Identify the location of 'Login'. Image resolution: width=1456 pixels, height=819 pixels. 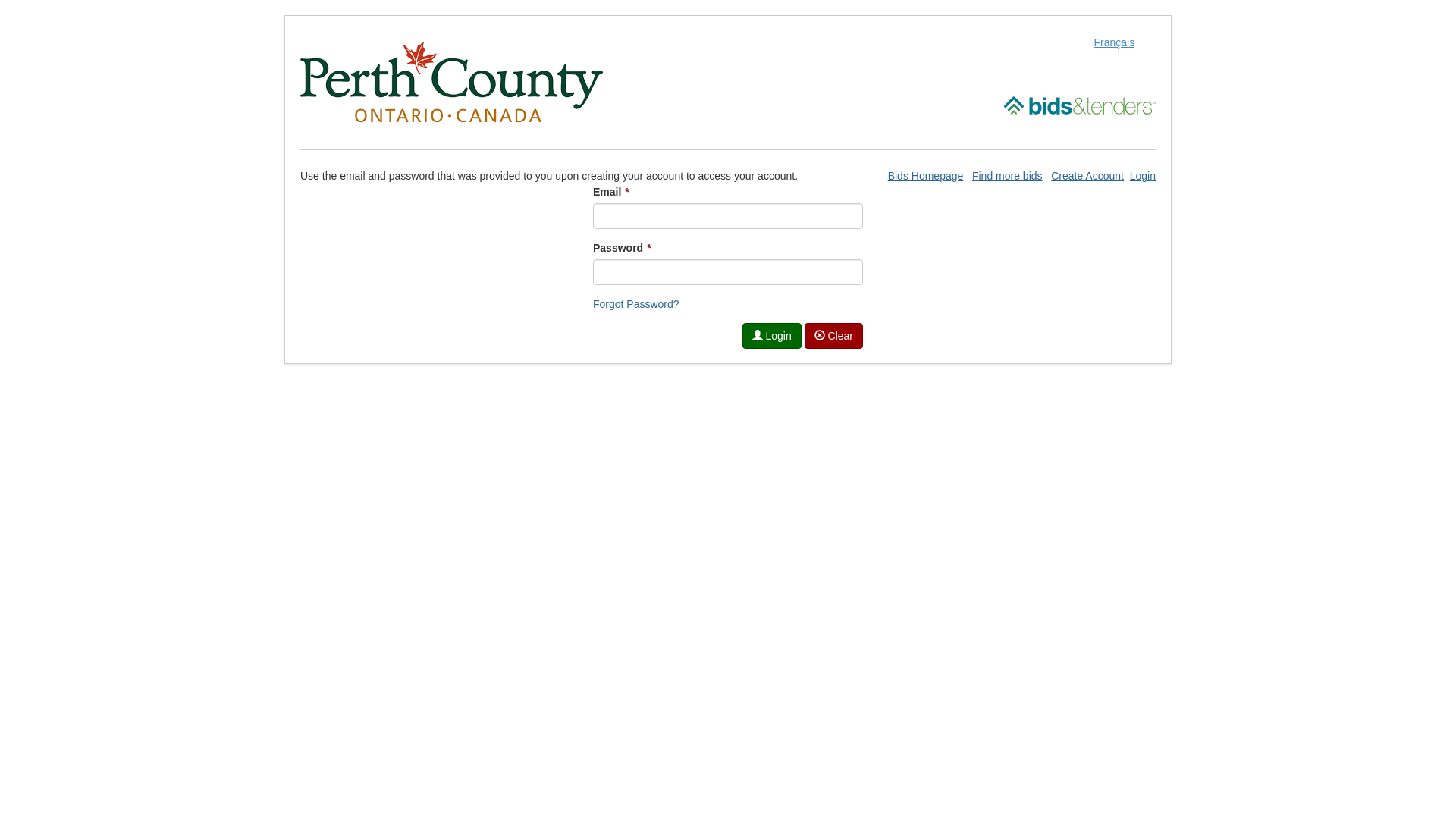
(1129, 174).